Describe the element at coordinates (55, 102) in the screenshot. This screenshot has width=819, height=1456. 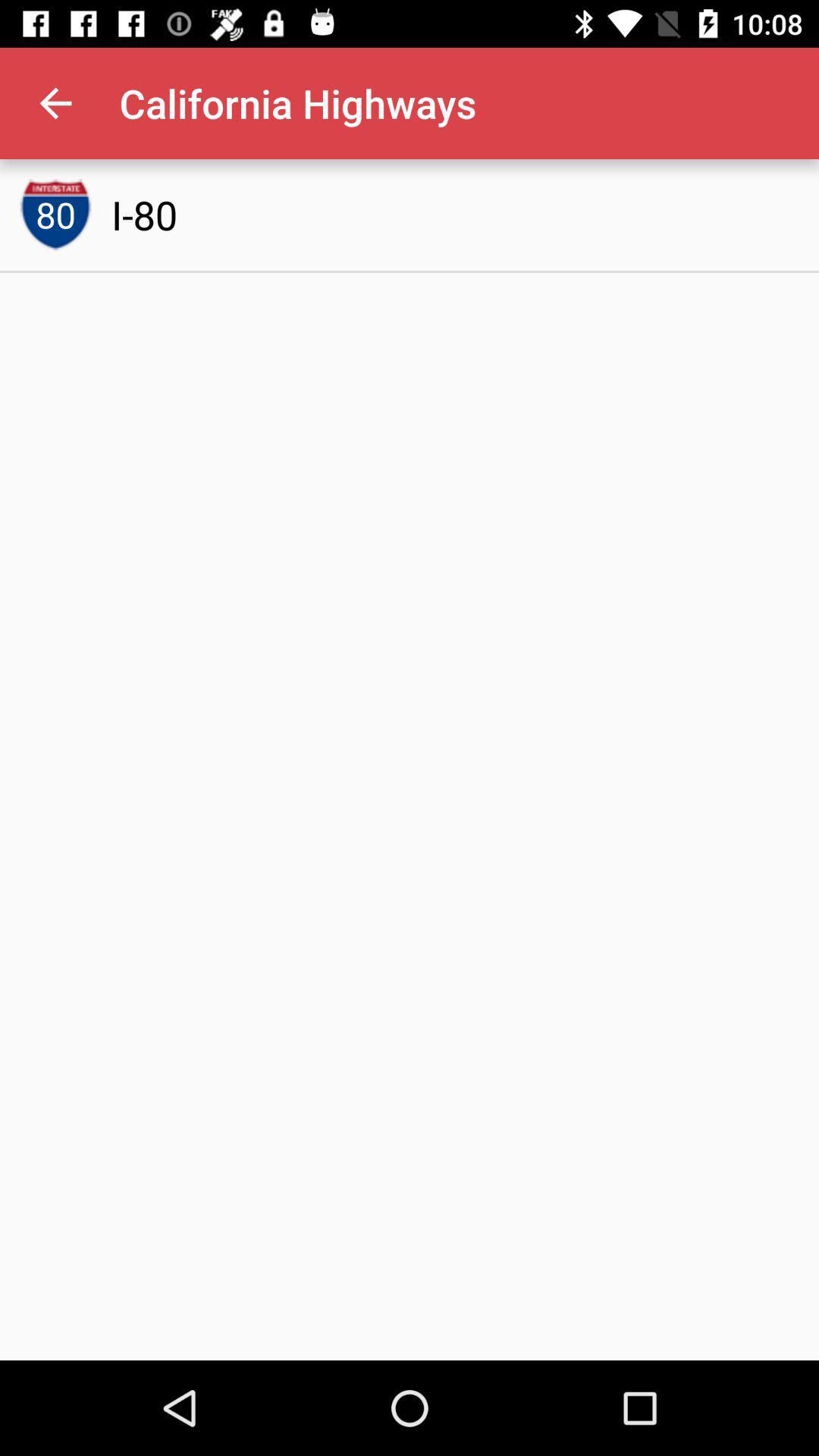
I see `icon to the left of california highways` at that location.